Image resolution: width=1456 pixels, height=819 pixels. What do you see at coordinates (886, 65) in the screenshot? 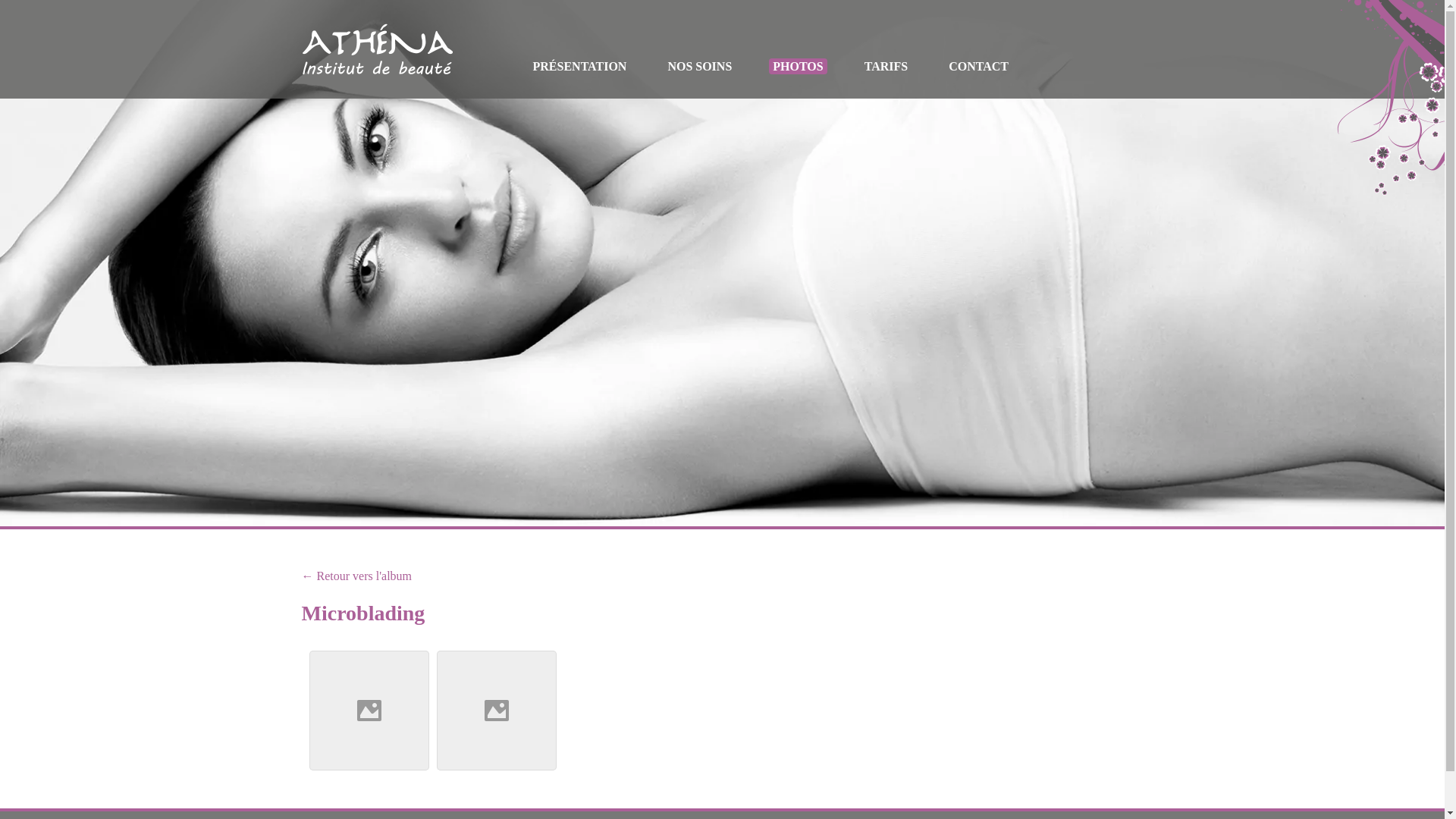
I see `'TARIFS'` at bounding box center [886, 65].